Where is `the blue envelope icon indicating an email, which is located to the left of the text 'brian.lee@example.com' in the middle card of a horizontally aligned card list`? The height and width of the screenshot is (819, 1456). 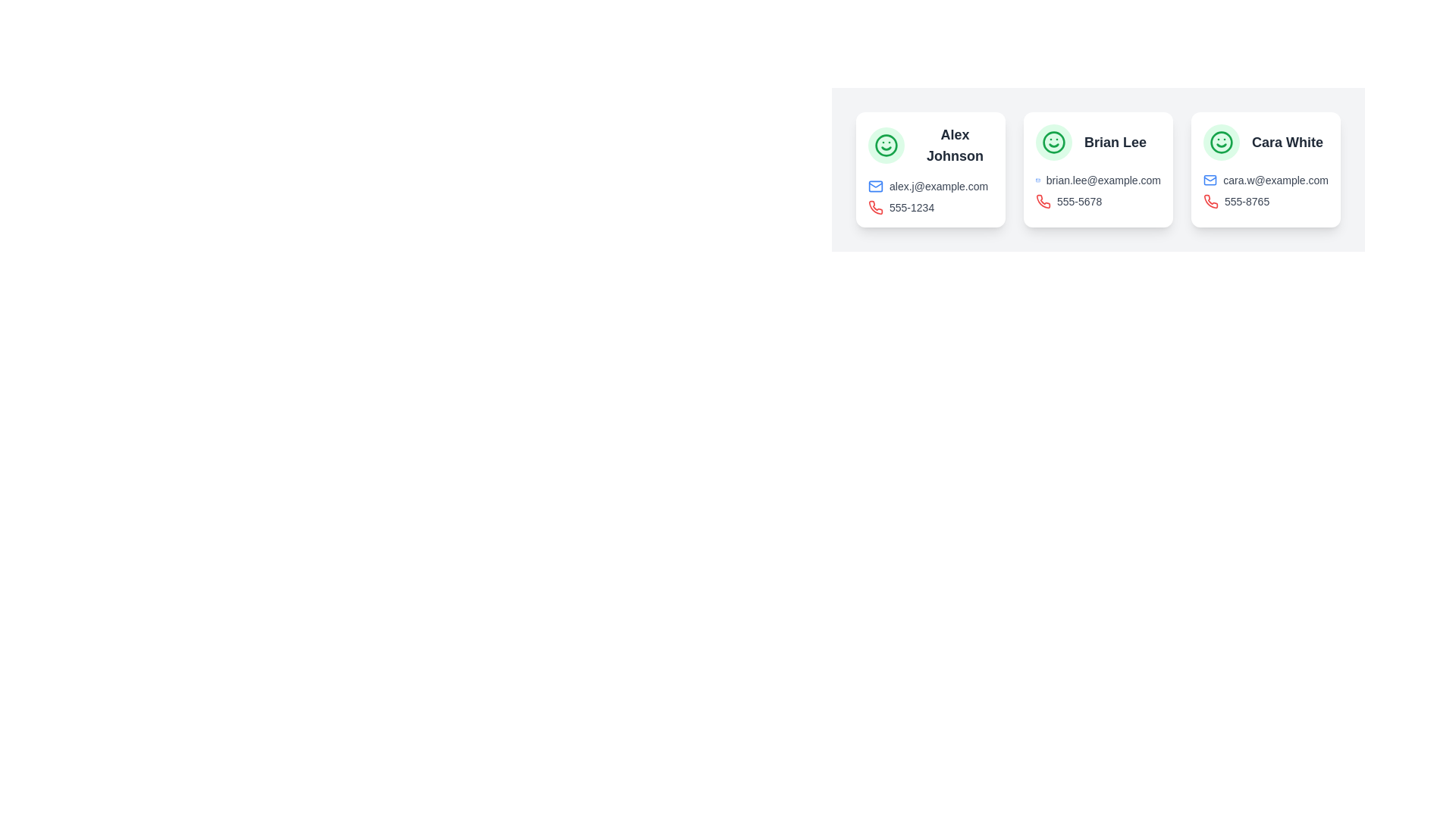
the blue envelope icon indicating an email, which is located to the left of the text 'brian.lee@example.com' in the middle card of a horizontally aligned card list is located at coordinates (1037, 180).